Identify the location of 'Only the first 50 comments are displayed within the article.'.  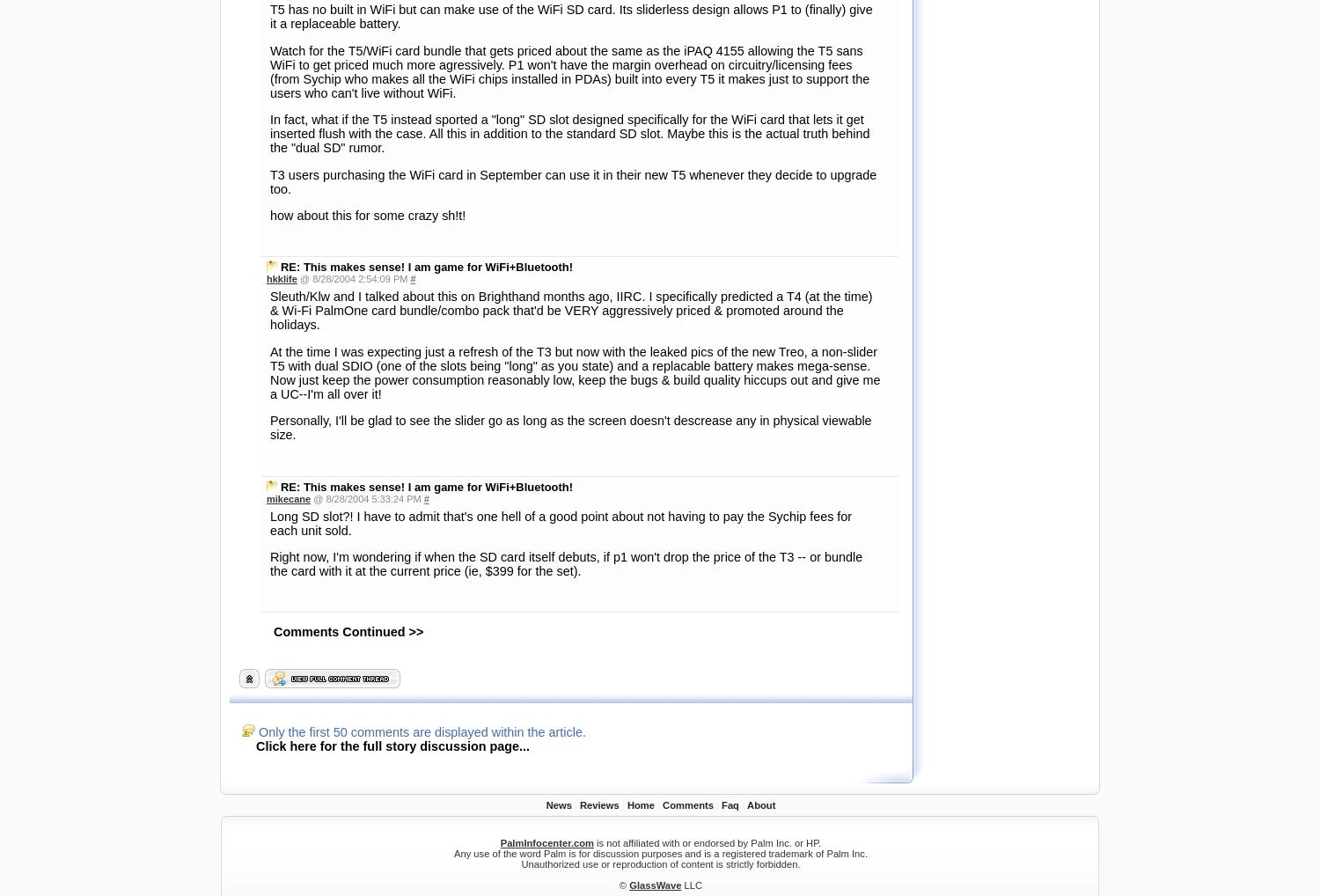
(419, 239).